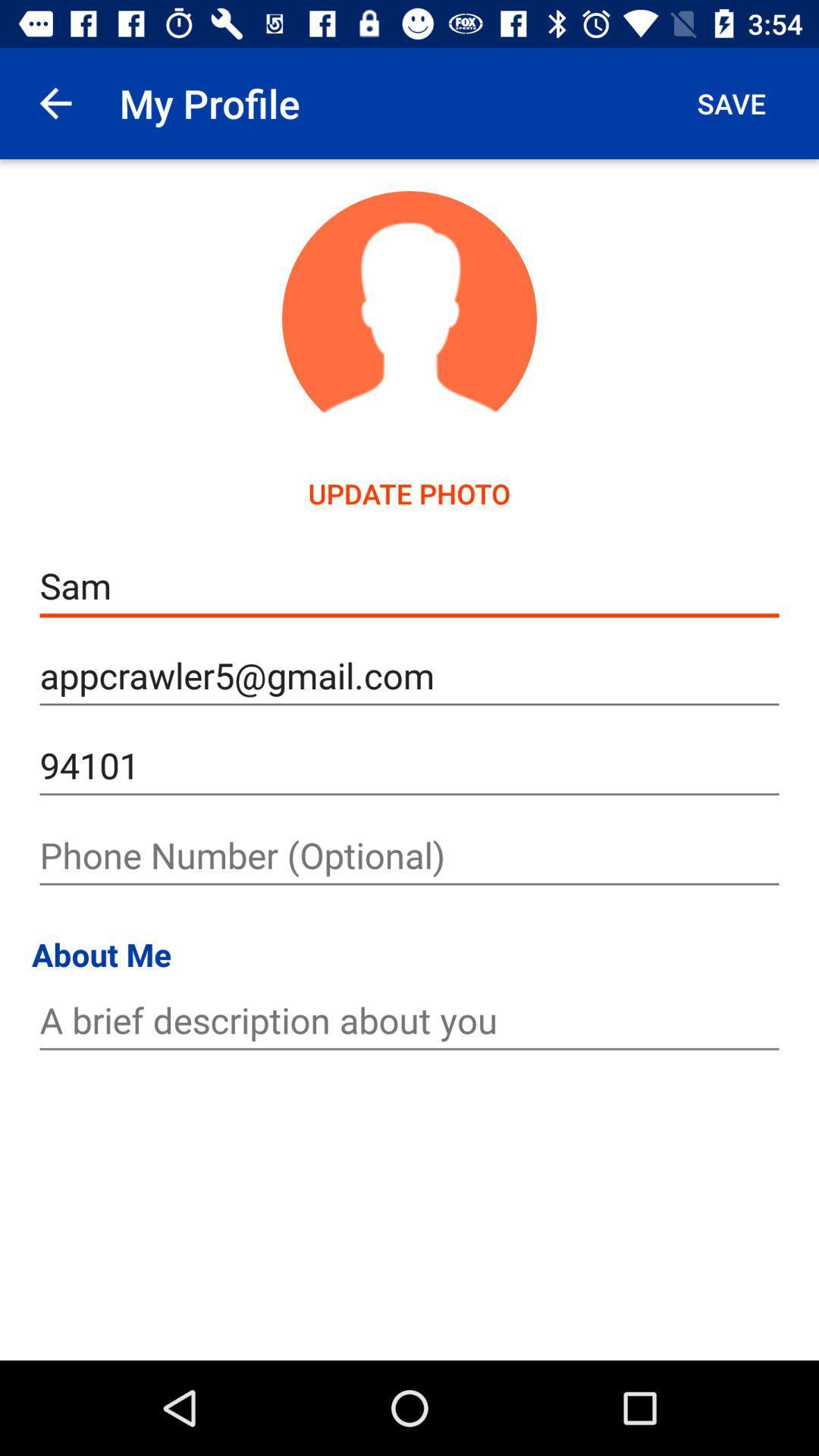 The height and width of the screenshot is (1456, 819). I want to click on item above about me, so click(409, 855).